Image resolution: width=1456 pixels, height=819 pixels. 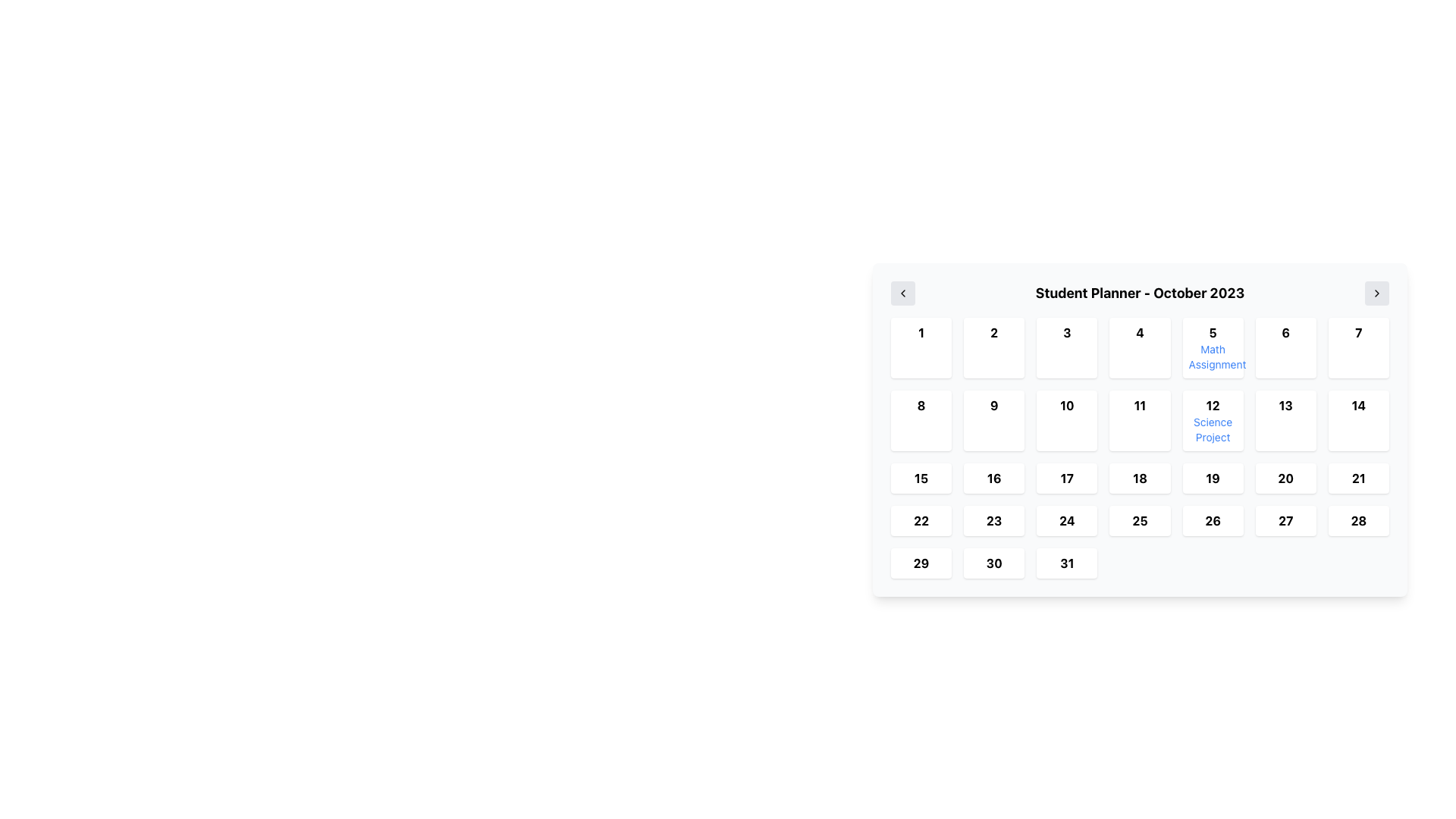 I want to click on the Calendar date box representing the 10th day of October 2023 in the 'Student Planner' interface, so click(x=1066, y=421).